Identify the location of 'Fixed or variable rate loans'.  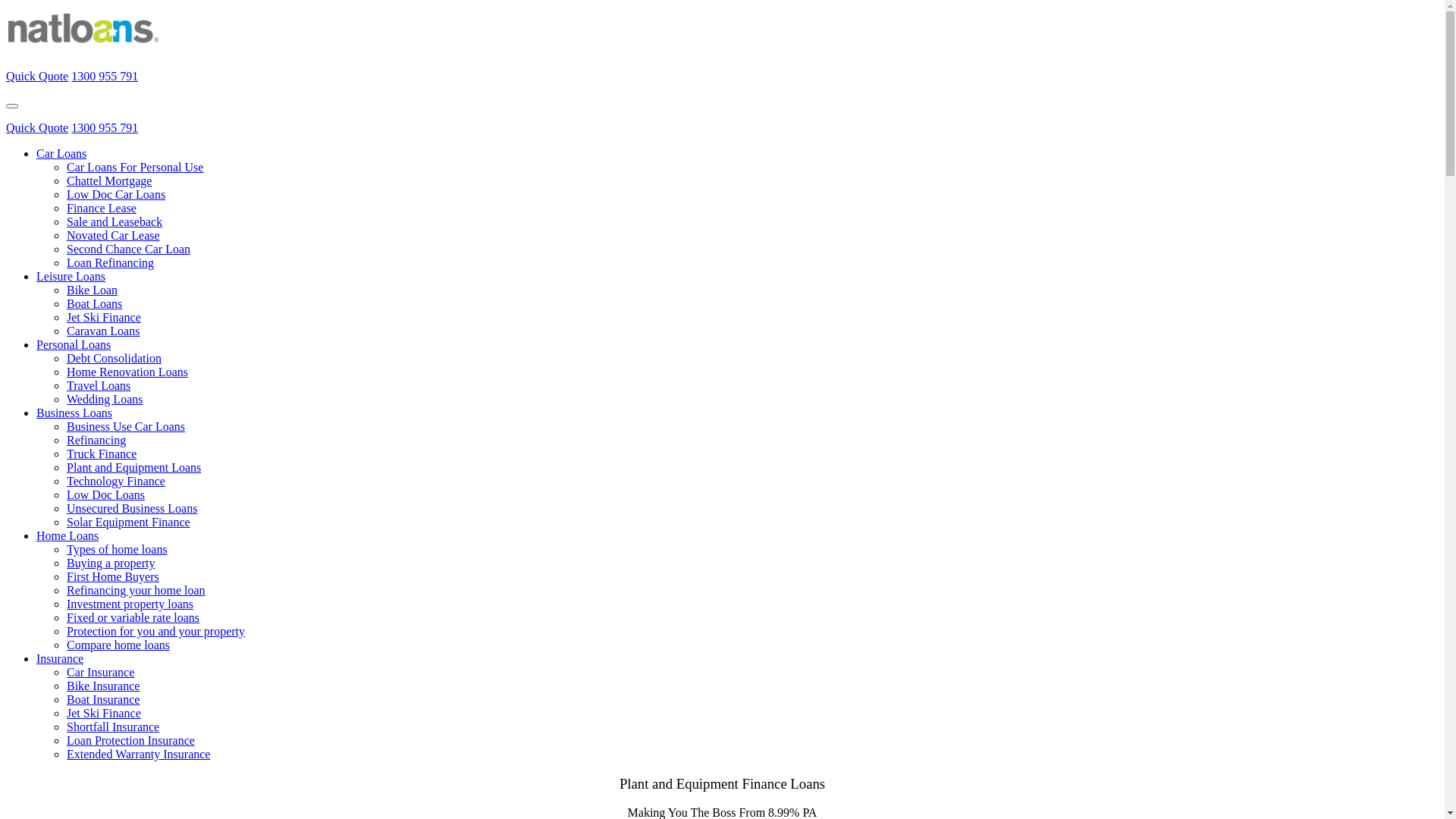
(65, 617).